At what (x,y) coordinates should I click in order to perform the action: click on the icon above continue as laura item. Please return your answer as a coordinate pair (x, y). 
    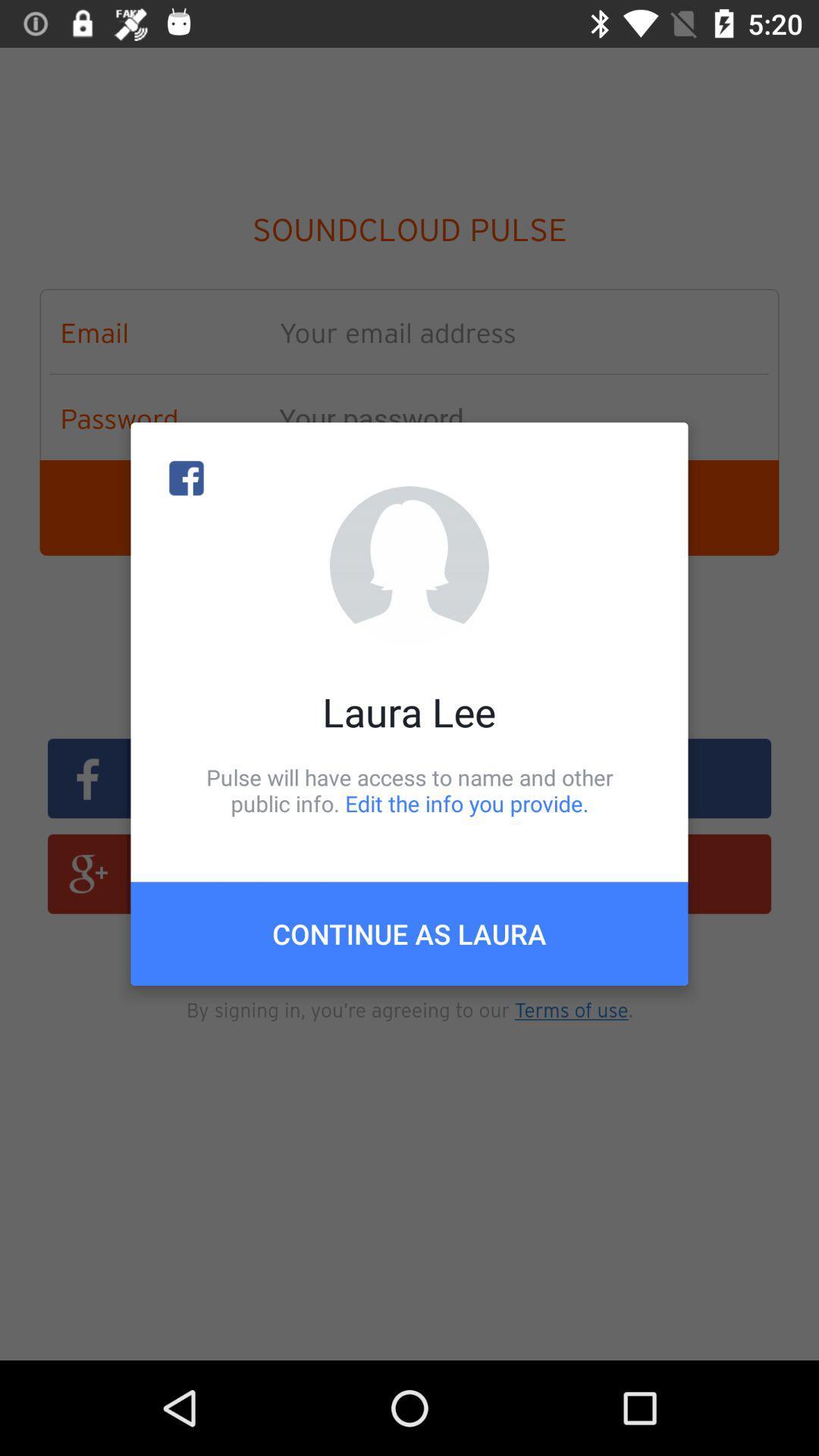
    Looking at the image, I should click on (409, 789).